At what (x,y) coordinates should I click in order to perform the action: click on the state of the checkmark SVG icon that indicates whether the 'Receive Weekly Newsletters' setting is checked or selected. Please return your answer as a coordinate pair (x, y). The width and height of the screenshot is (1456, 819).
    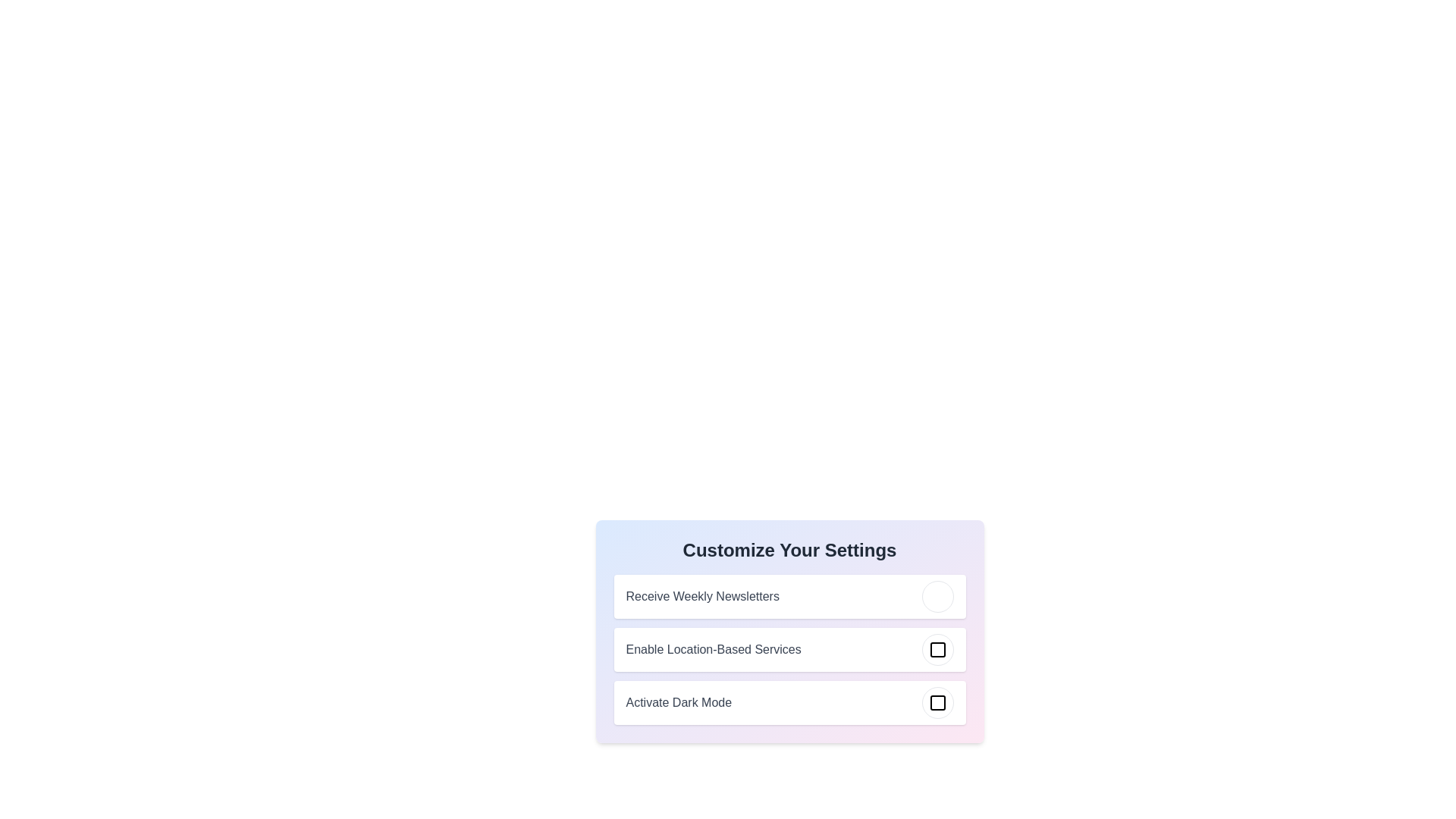
    Looking at the image, I should click on (939, 593).